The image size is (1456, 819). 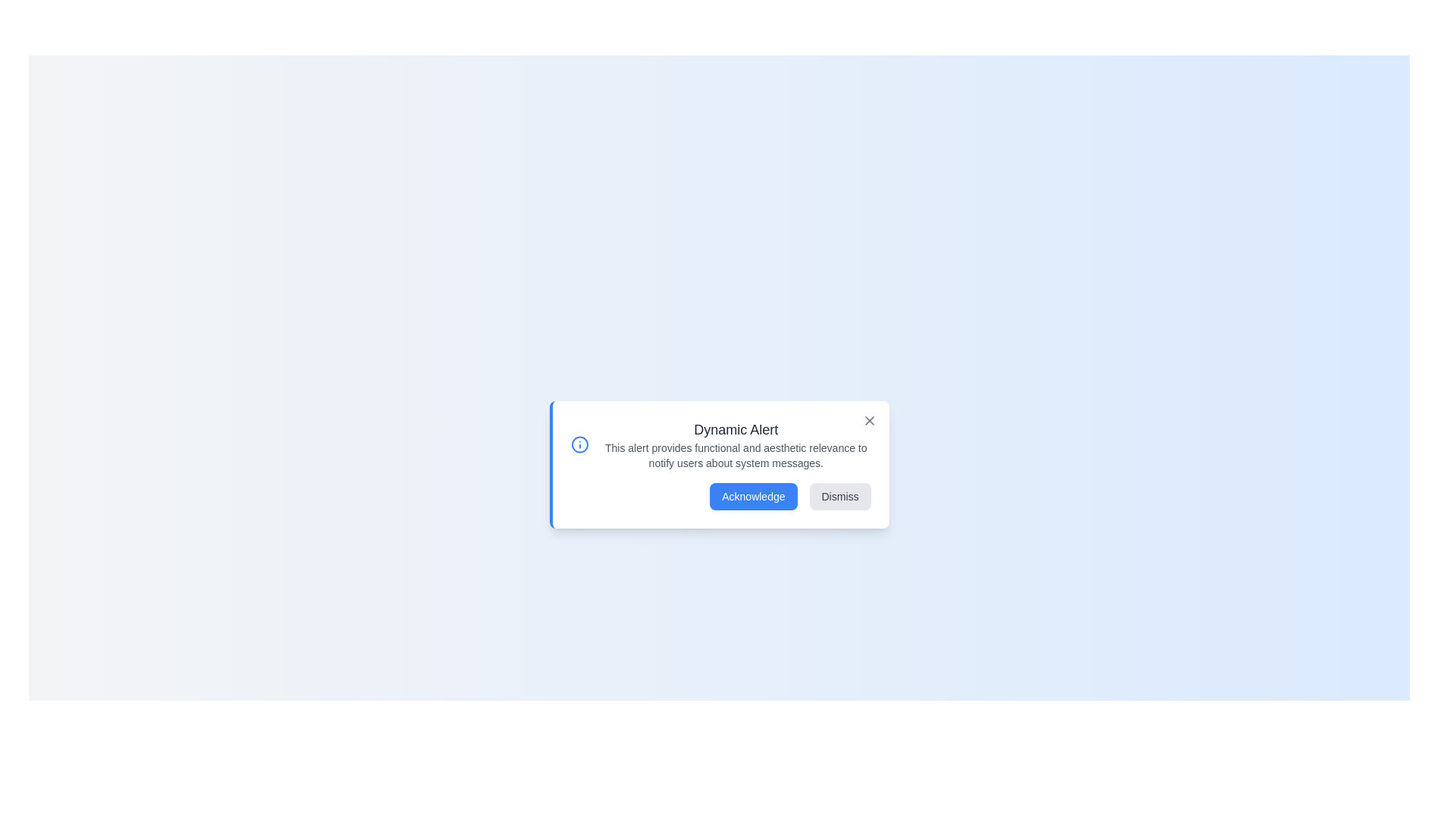 I want to click on the 'Dismiss' button to observe the hover effect, so click(x=839, y=497).